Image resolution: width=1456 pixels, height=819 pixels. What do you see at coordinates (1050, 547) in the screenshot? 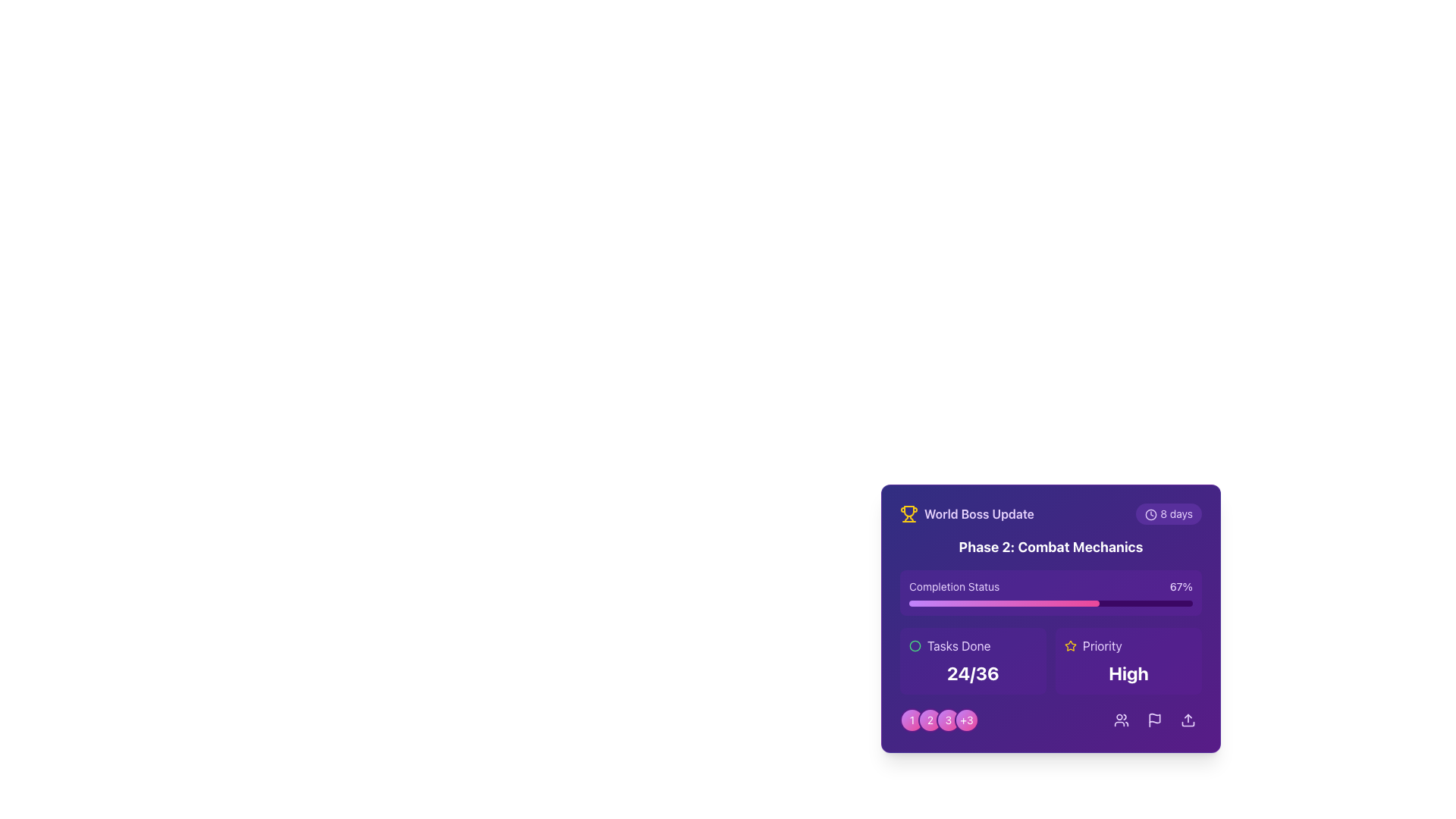
I see `the text label displaying 'Phase 2: Combat Mechanics' which is styled with bold white text on a purple background, located centrally within a card interface` at bounding box center [1050, 547].